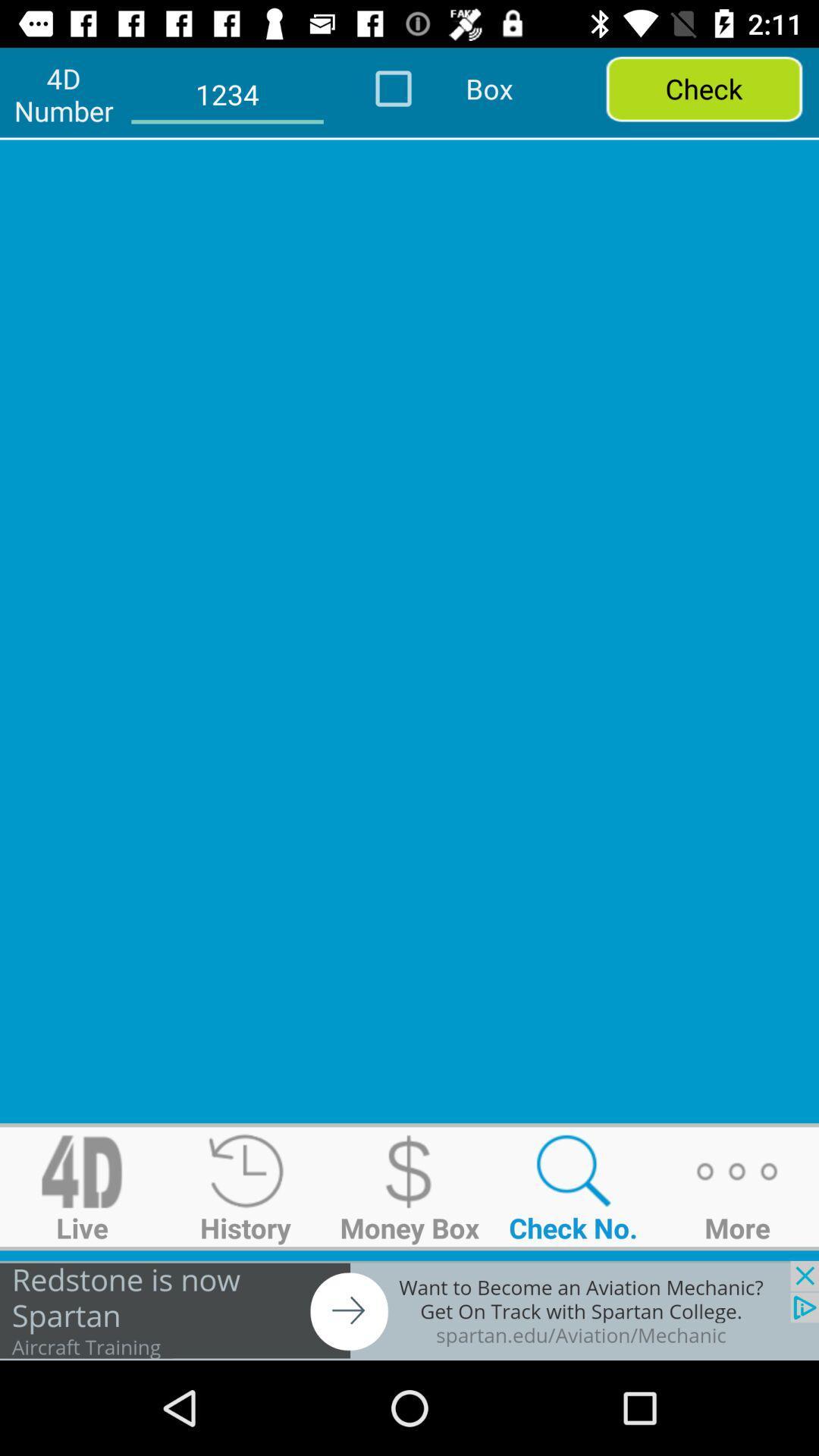 The height and width of the screenshot is (1456, 819). Describe the element at coordinates (413, 87) in the screenshot. I see `the square box option` at that location.